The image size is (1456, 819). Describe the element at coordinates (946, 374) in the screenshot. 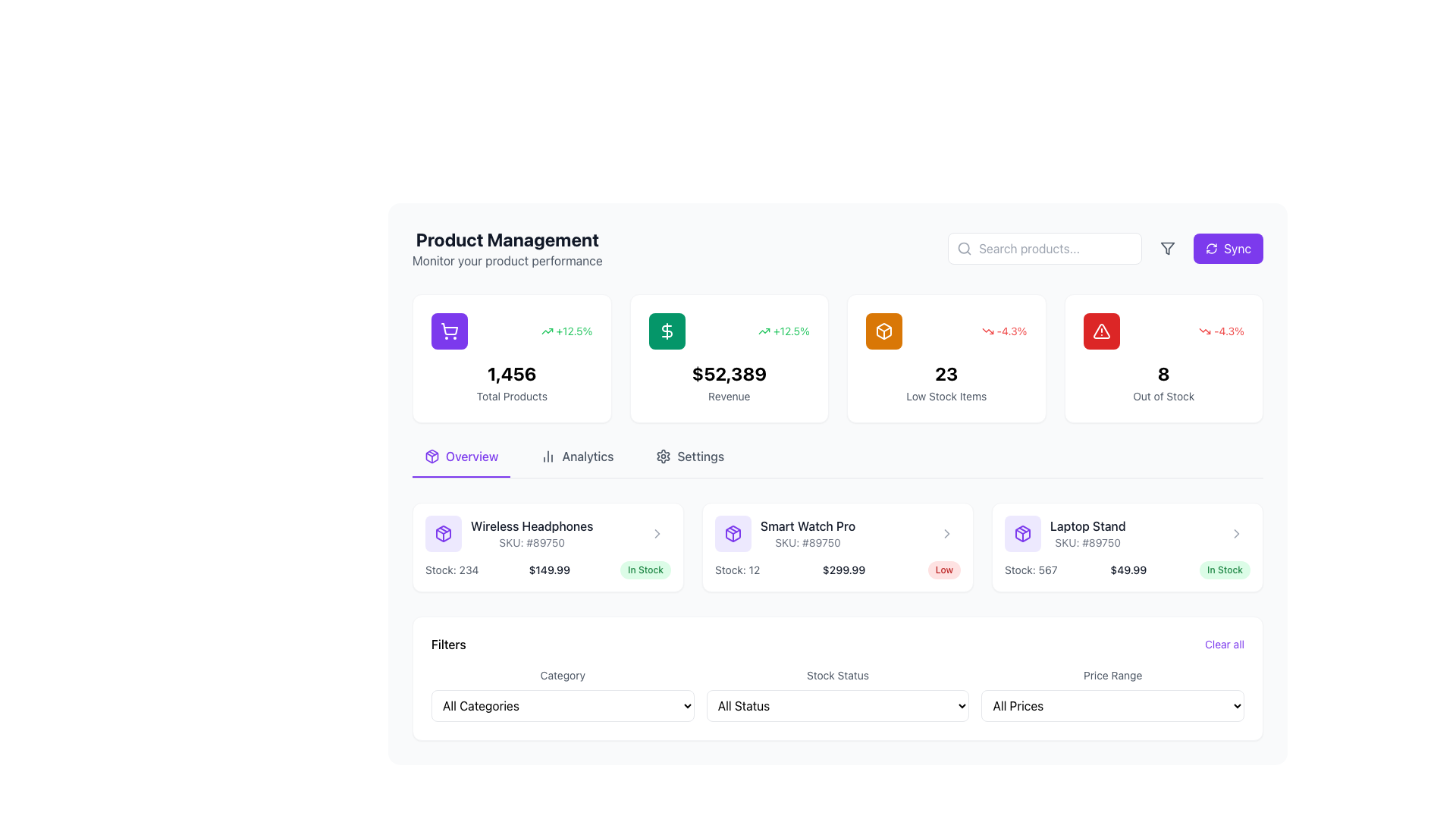

I see `the numeric value displayed in the 'Low Stock Items' text display located in the middle of the dashboard, slightly below the center of the card and to the right of the orange icon` at that location.